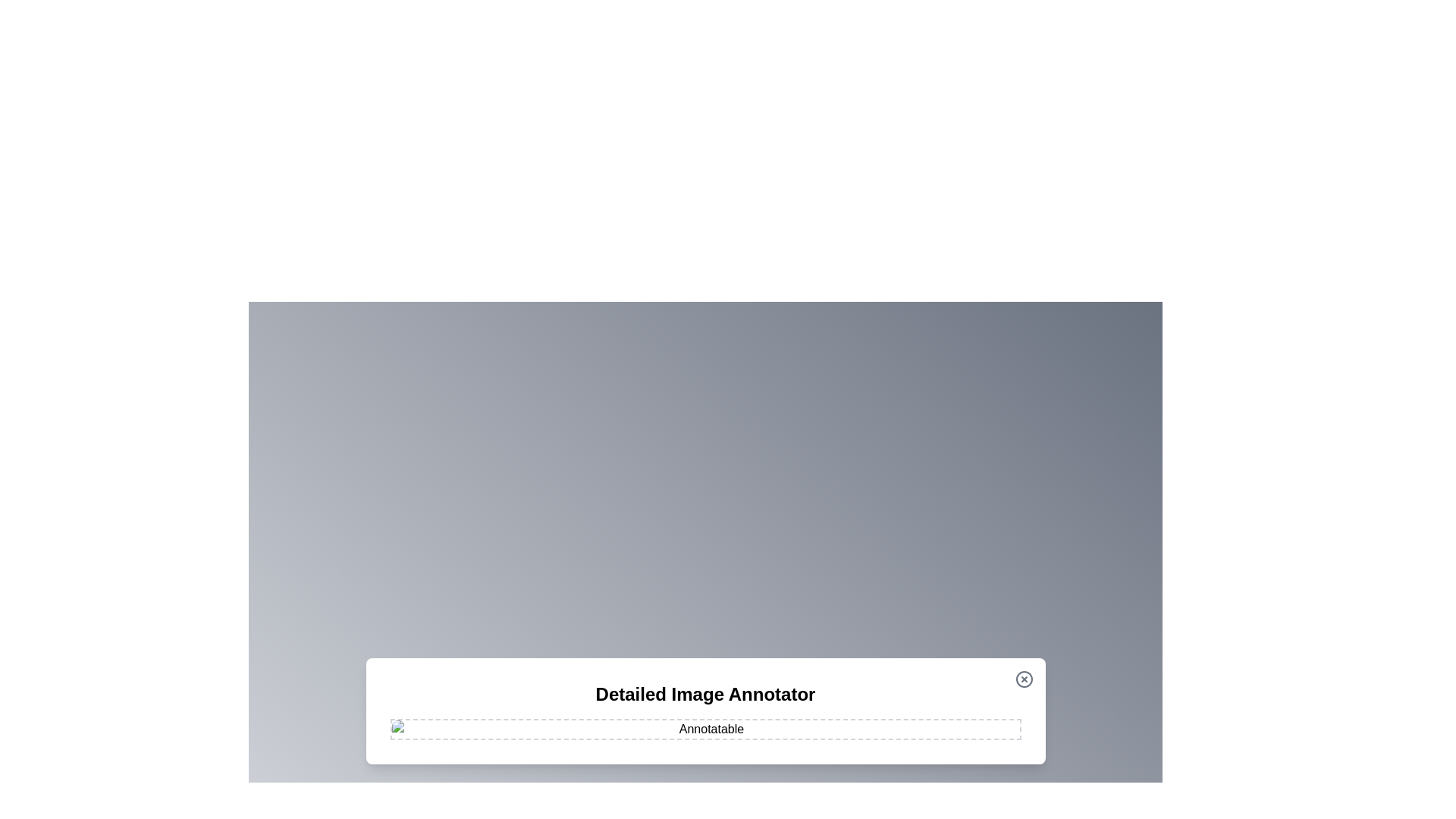  I want to click on the image at coordinates (1106, 954) to add an annotation, so click(837, 722).